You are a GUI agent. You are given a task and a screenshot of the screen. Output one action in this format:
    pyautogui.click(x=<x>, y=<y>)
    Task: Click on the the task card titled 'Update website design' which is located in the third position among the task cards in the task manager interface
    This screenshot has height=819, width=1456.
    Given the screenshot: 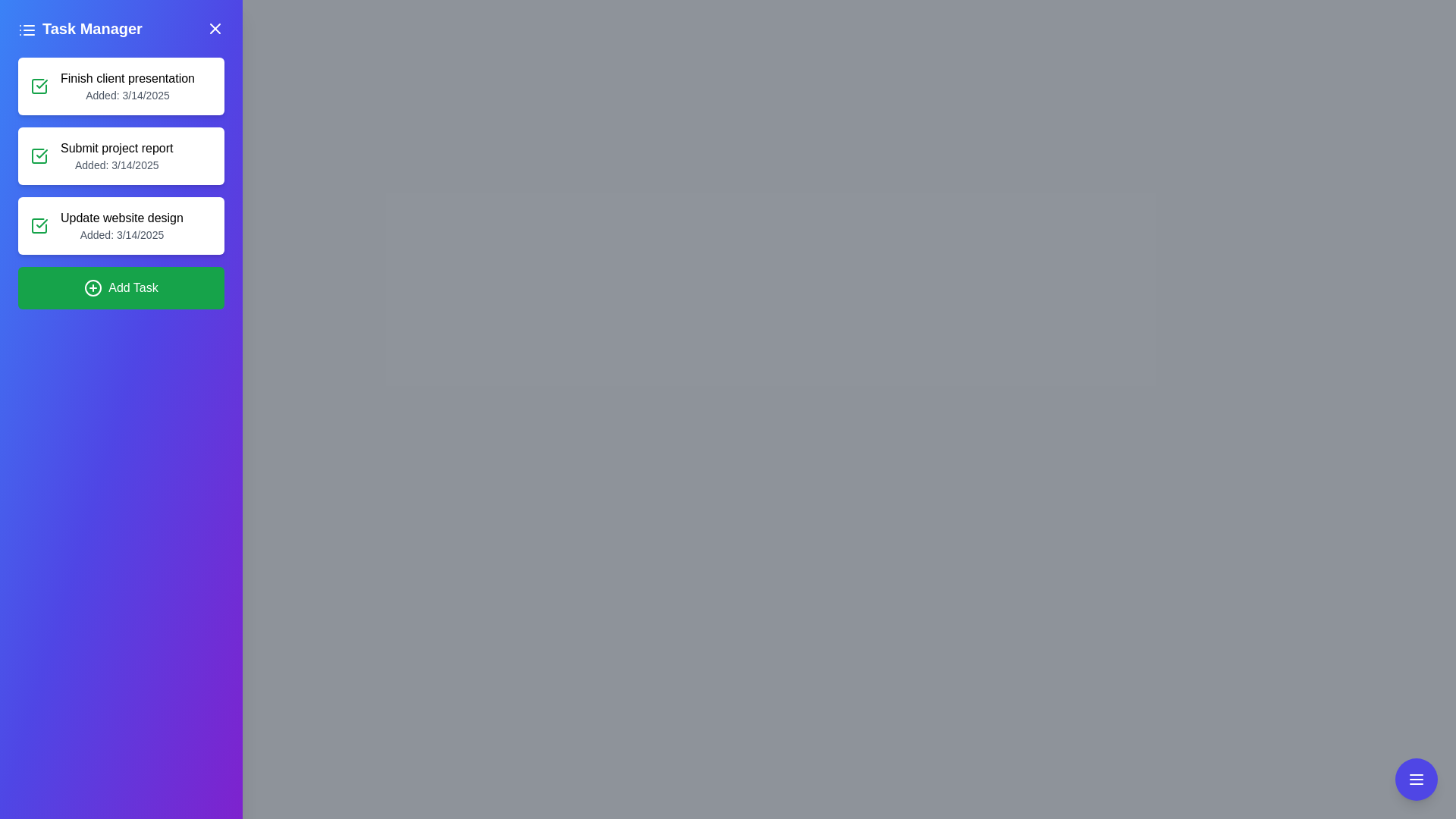 What is the action you would take?
    pyautogui.click(x=120, y=225)
    